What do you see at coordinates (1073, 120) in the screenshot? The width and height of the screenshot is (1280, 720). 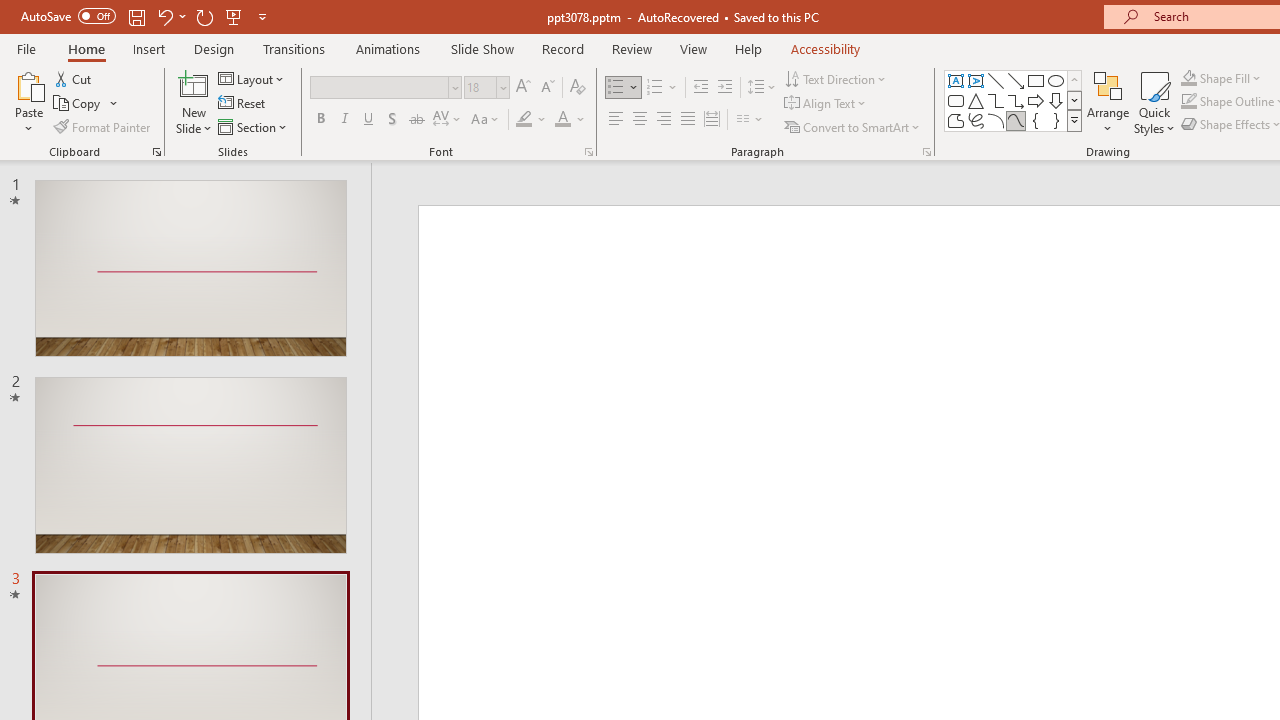 I see `'Shapes'` at bounding box center [1073, 120].